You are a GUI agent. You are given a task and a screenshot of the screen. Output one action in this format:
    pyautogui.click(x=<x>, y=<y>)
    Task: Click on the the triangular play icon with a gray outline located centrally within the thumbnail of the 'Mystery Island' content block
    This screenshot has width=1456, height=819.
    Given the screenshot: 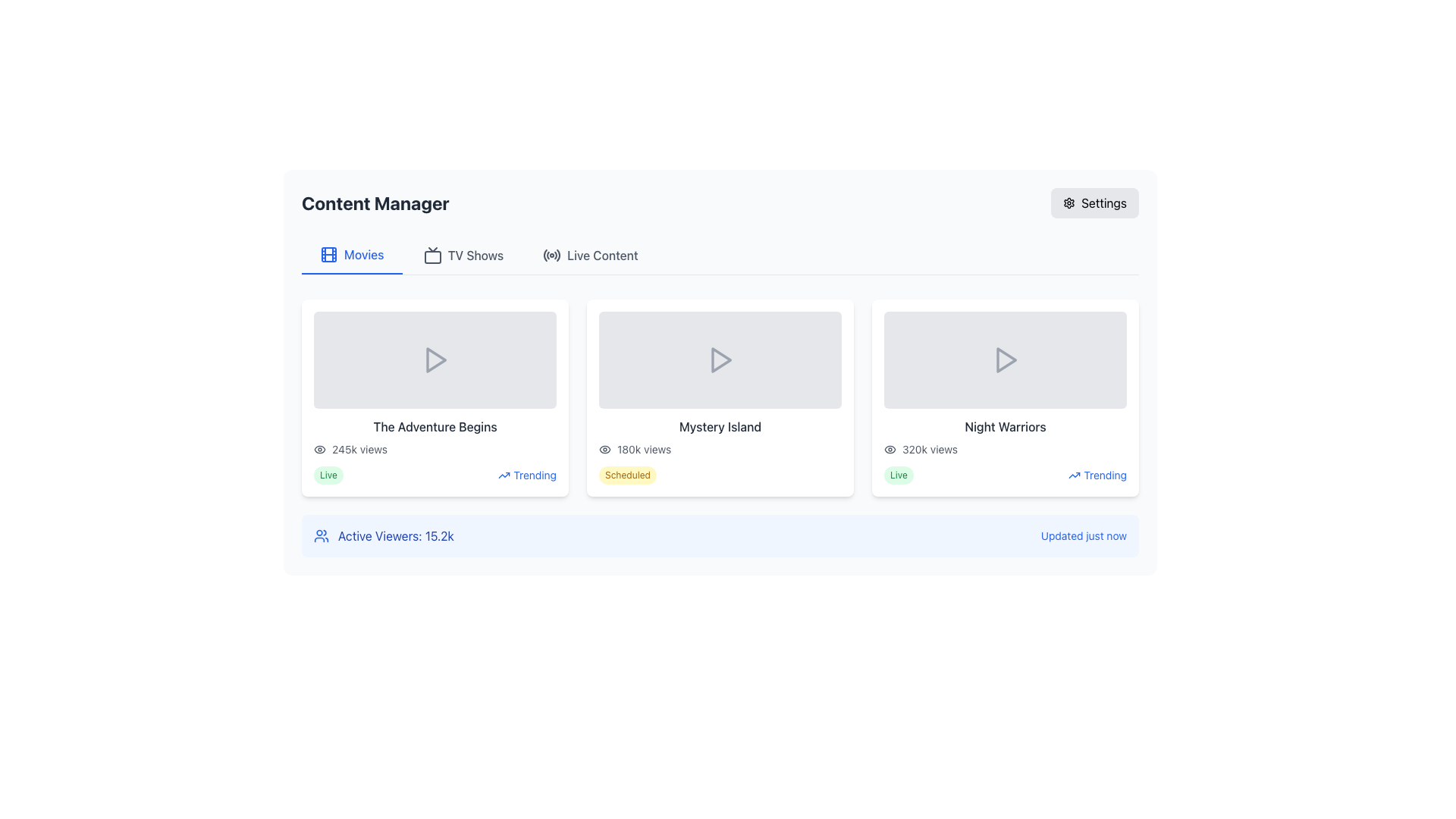 What is the action you would take?
    pyautogui.click(x=720, y=359)
    